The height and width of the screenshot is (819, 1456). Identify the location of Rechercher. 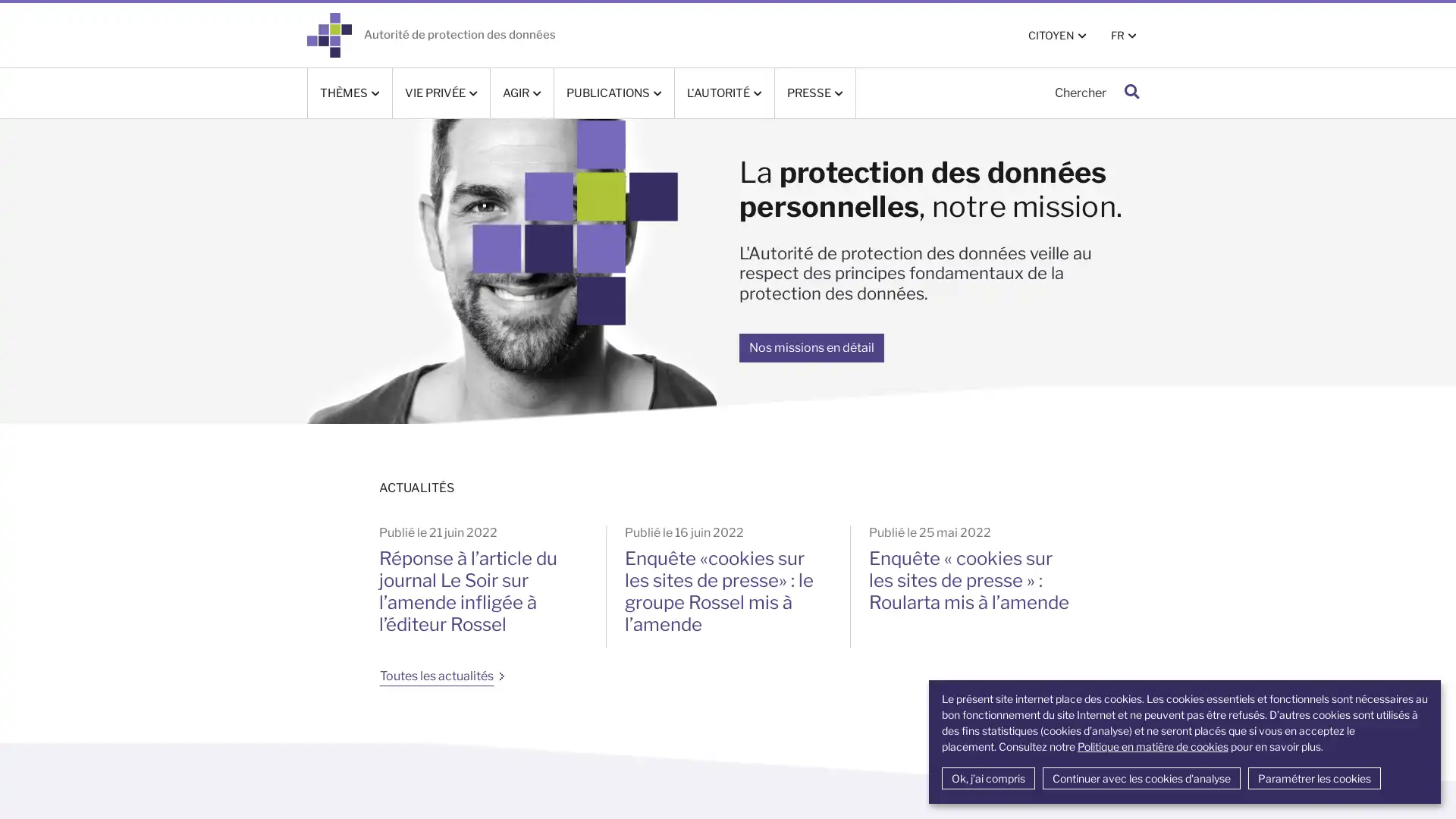
(1131, 93).